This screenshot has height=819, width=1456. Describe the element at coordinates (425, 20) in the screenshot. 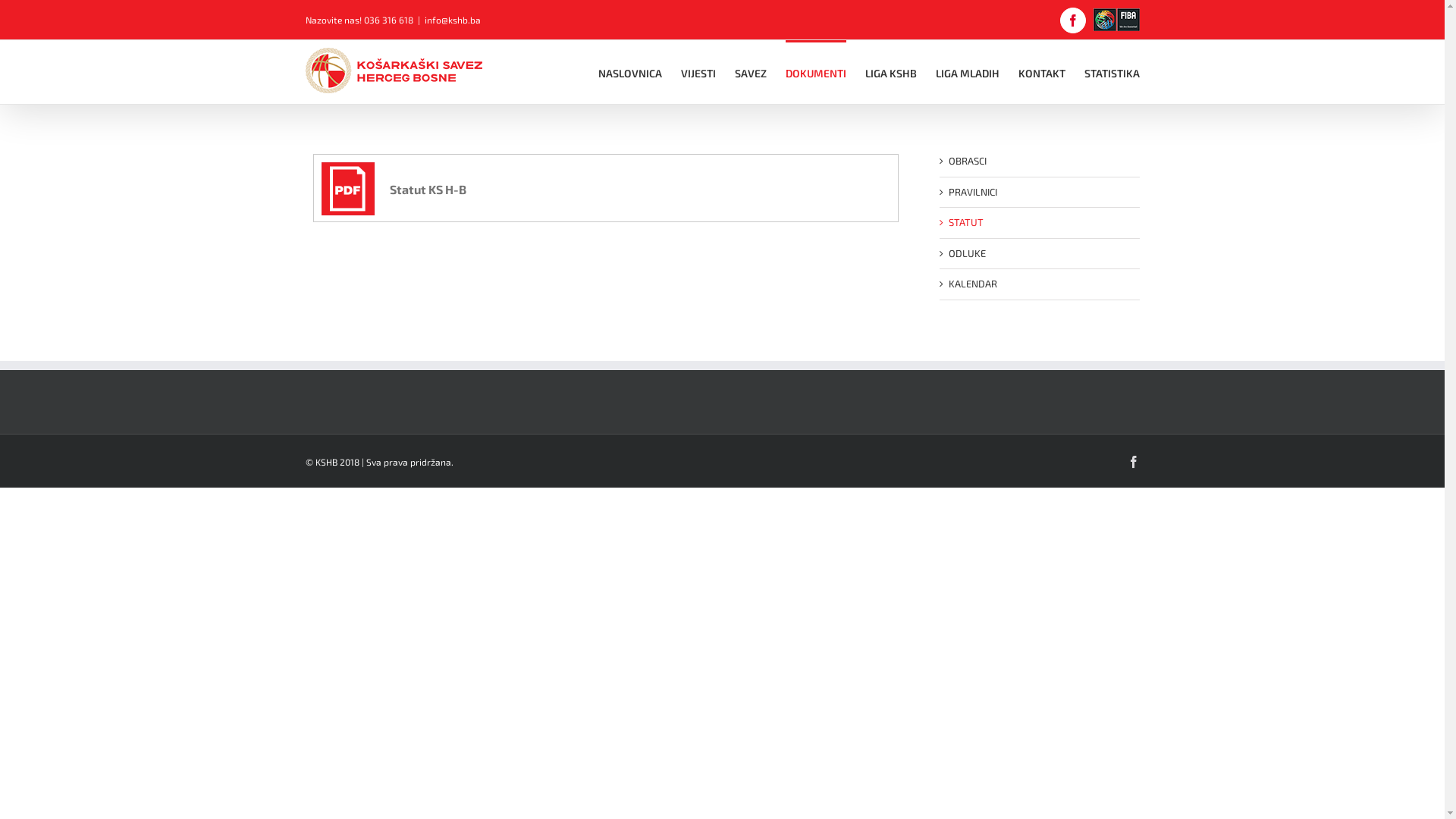

I see `'info@kshb.ba'` at that location.